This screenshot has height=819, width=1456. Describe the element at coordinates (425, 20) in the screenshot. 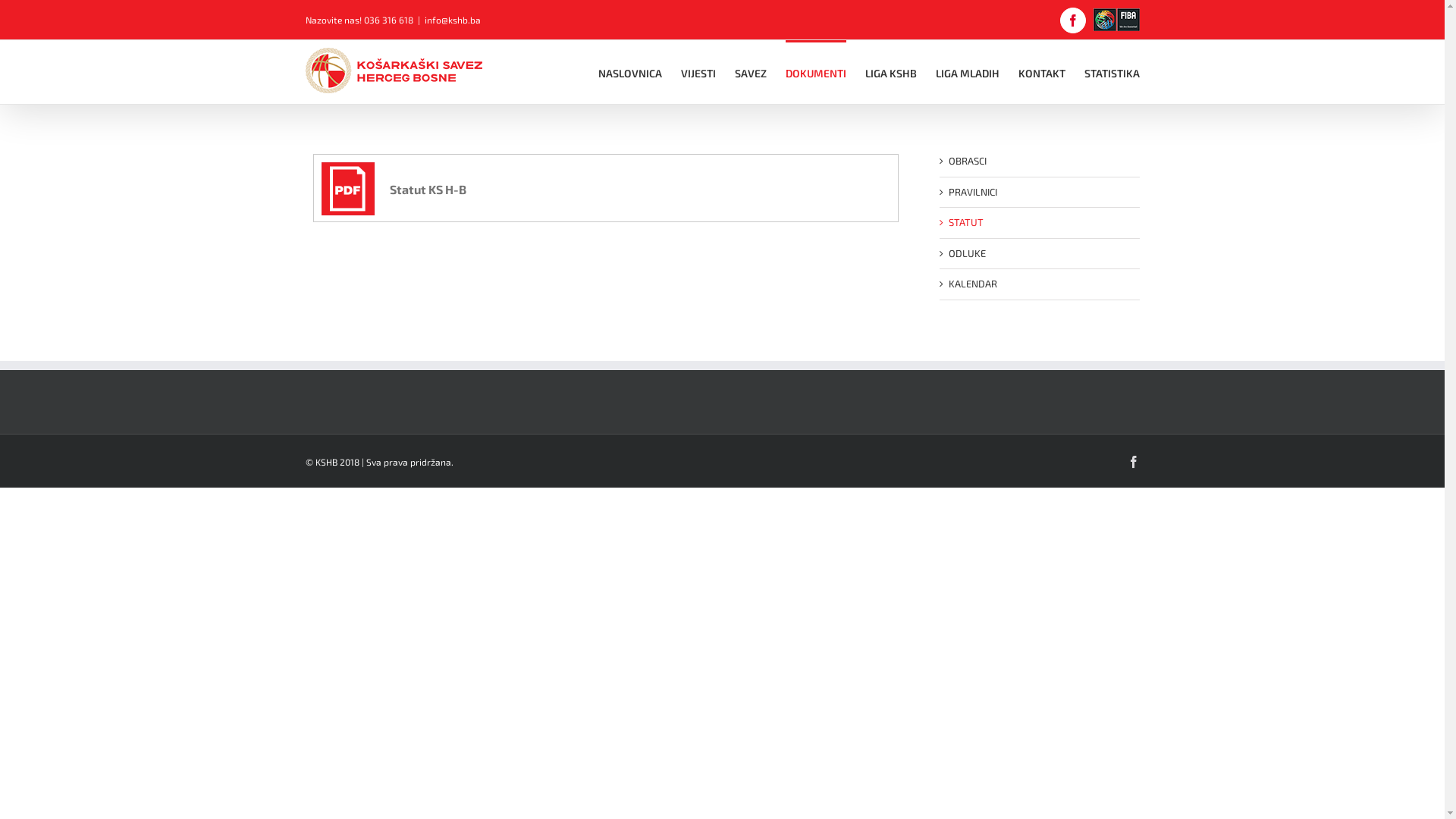

I see `'info@kshb.ba'` at that location.